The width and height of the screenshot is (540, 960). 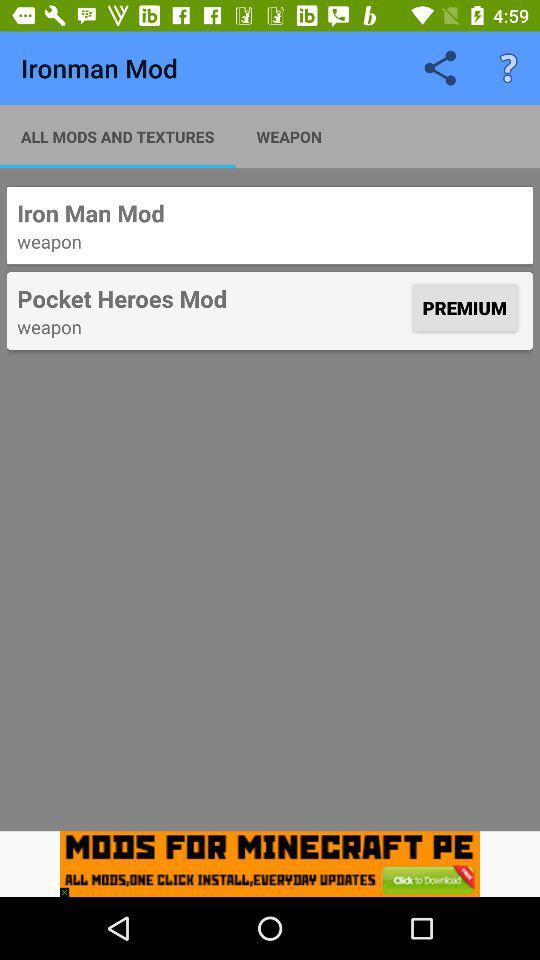 I want to click on the item to the left of the premium icon, so click(x=211, y=297).